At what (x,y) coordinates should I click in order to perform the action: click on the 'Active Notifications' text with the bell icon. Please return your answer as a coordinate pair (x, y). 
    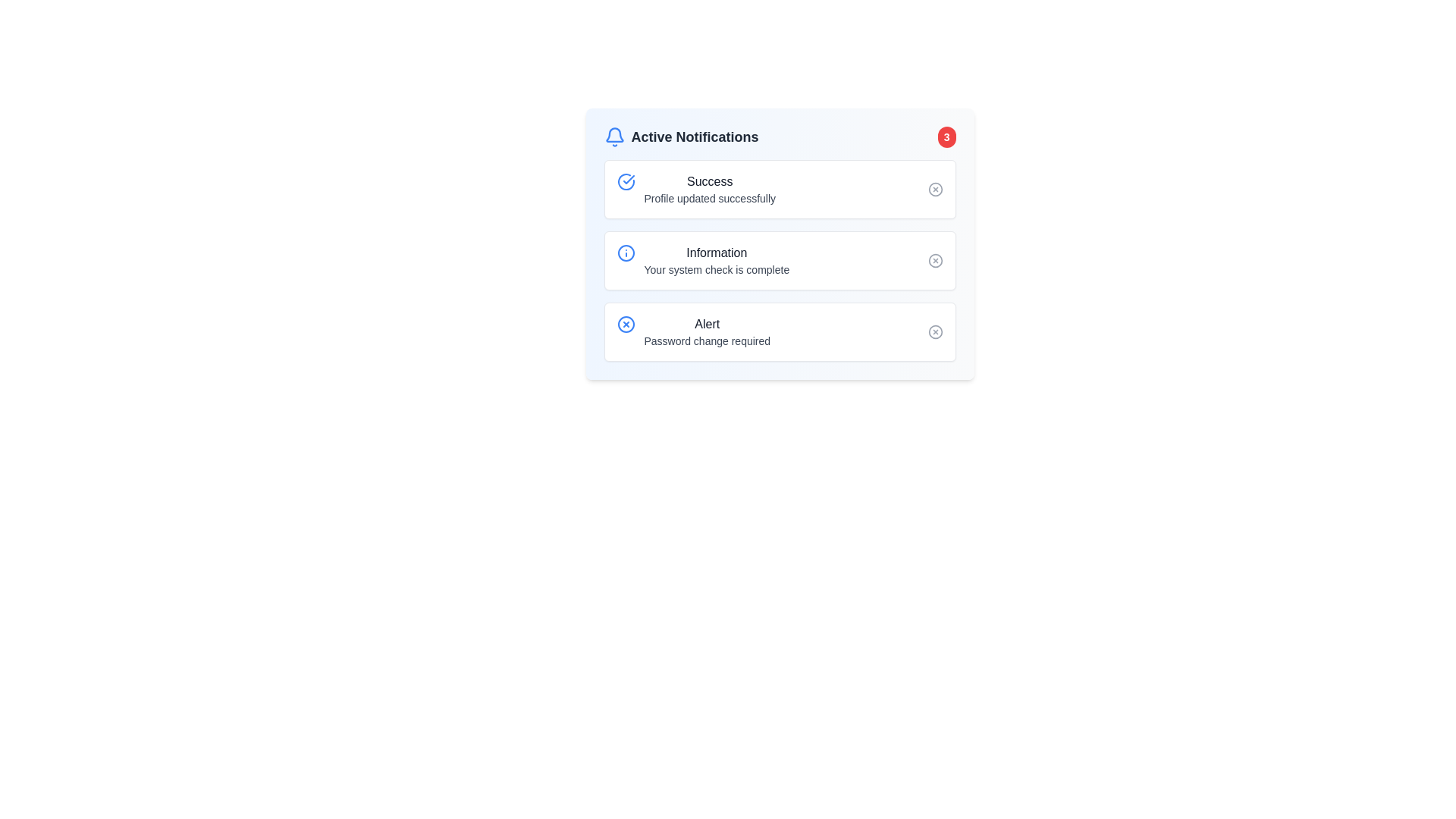
    Looking at the image, I should click on (680, 137).